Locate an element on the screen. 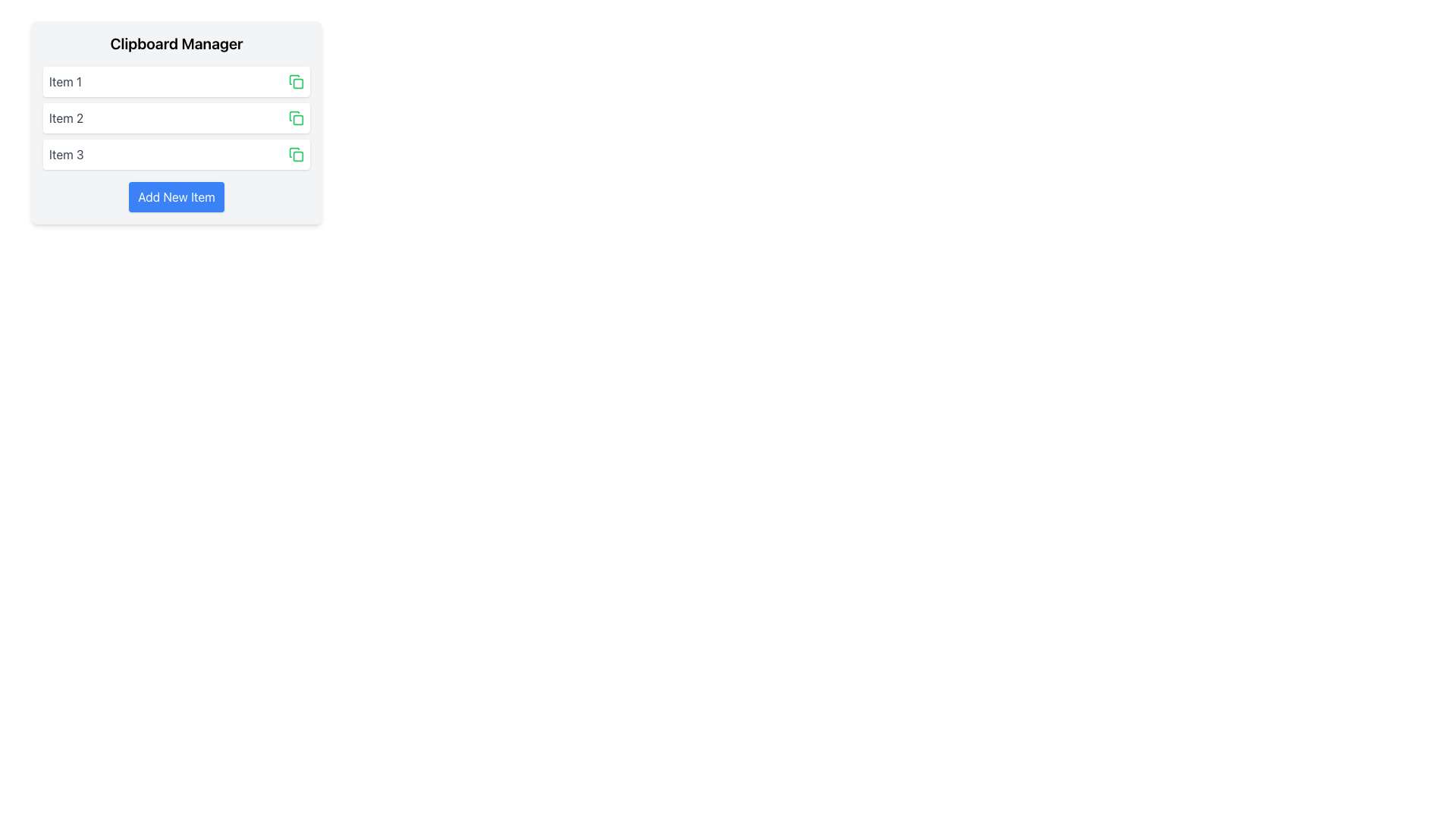  the copy button labeled 'Item 2' is located at coordinates (296, 117).